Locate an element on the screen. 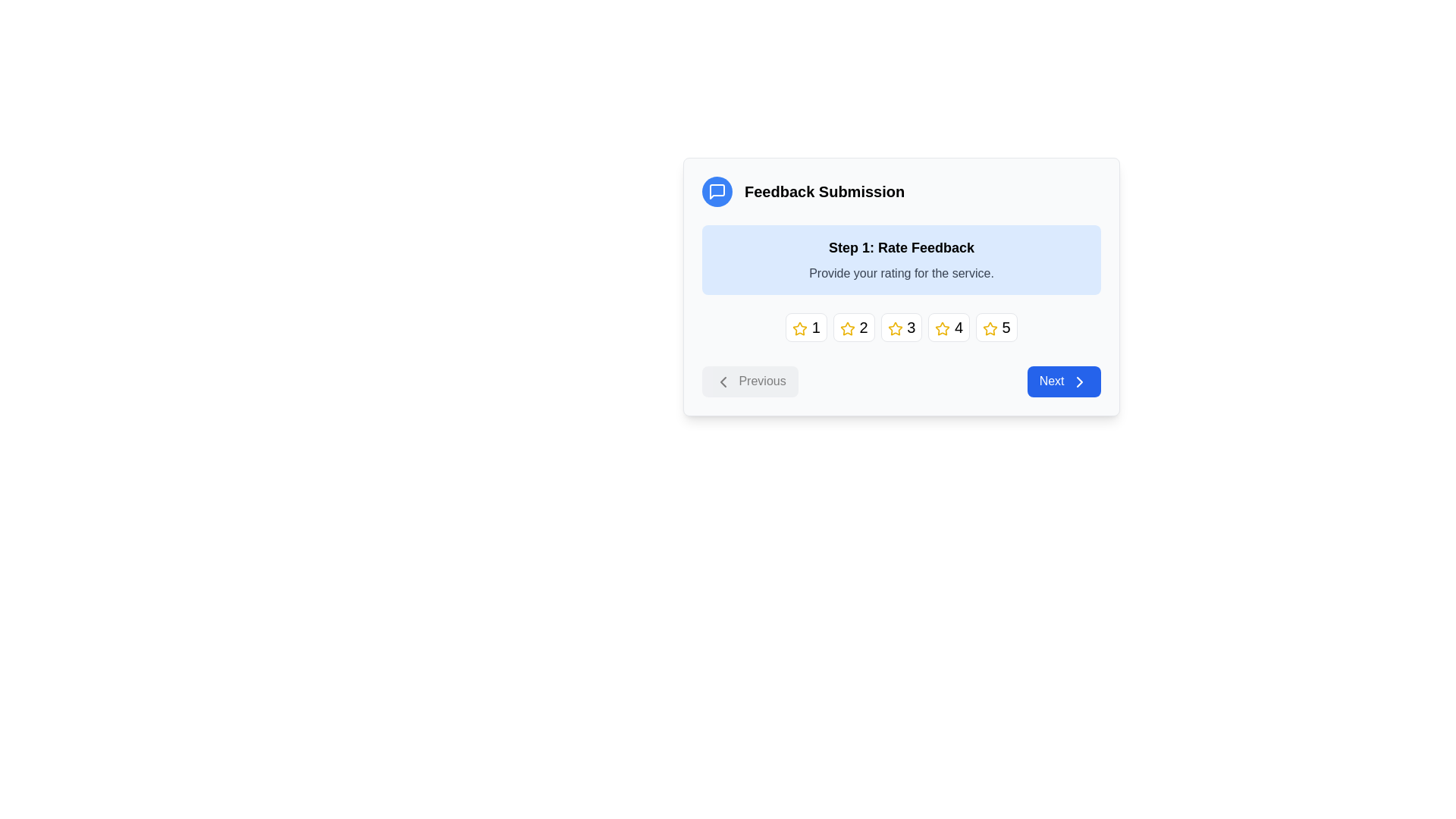 This screenshot has width=1456, height=819. the speech bubble graphical element located in the top-left corner of the 'Feedback Submission' UI card, which is aligned to the left of the title text is located at coordinates (716, 191).